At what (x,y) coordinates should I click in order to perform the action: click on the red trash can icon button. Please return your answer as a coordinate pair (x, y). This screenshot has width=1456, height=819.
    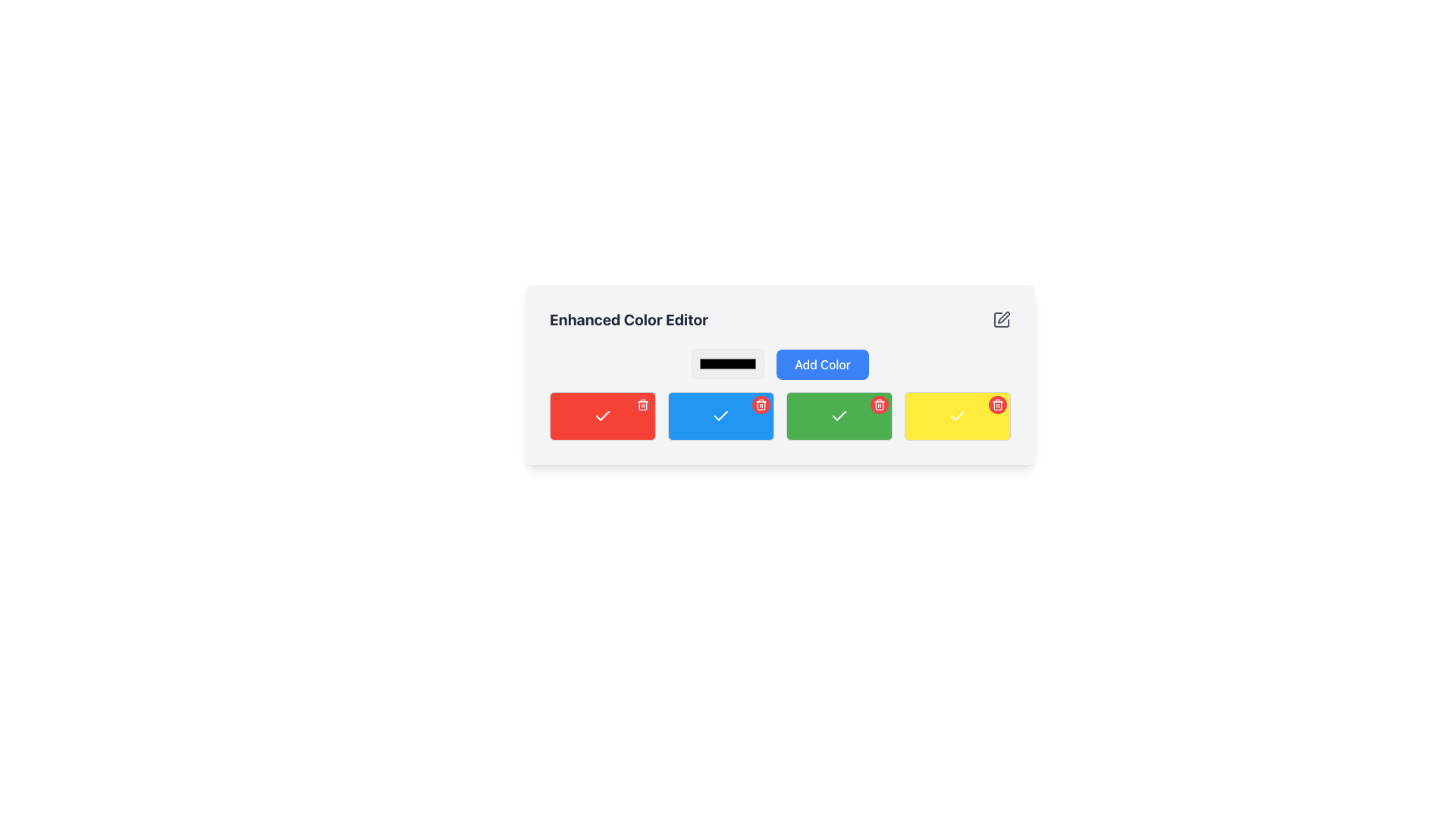
    Looking at the image, I should click on (643, 403).